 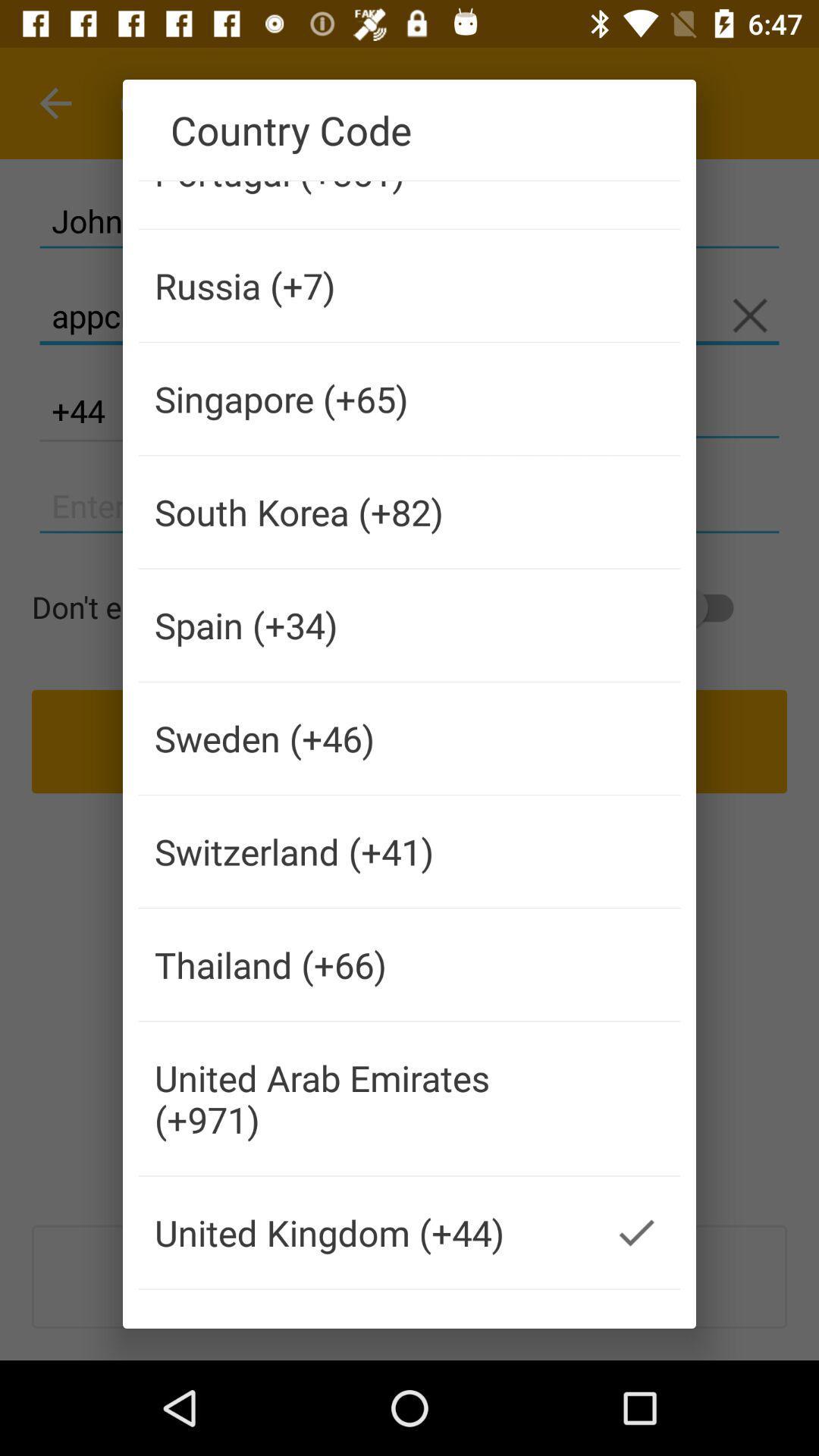 I want to click on icon next to the united kingdom (+44), so click(x=636, y=1232).